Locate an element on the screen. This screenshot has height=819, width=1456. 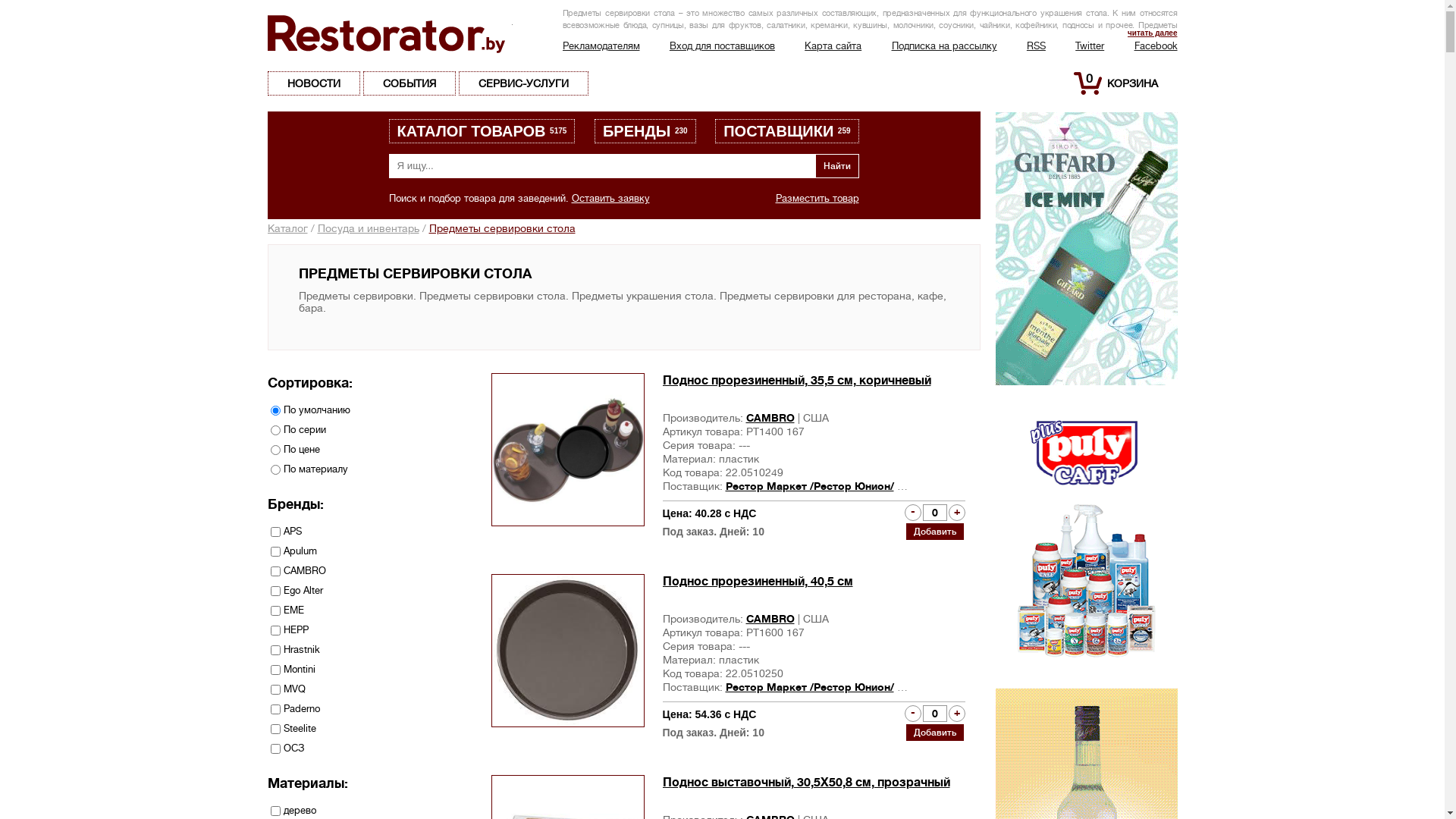
'+' is located at coordinates (946, 512).